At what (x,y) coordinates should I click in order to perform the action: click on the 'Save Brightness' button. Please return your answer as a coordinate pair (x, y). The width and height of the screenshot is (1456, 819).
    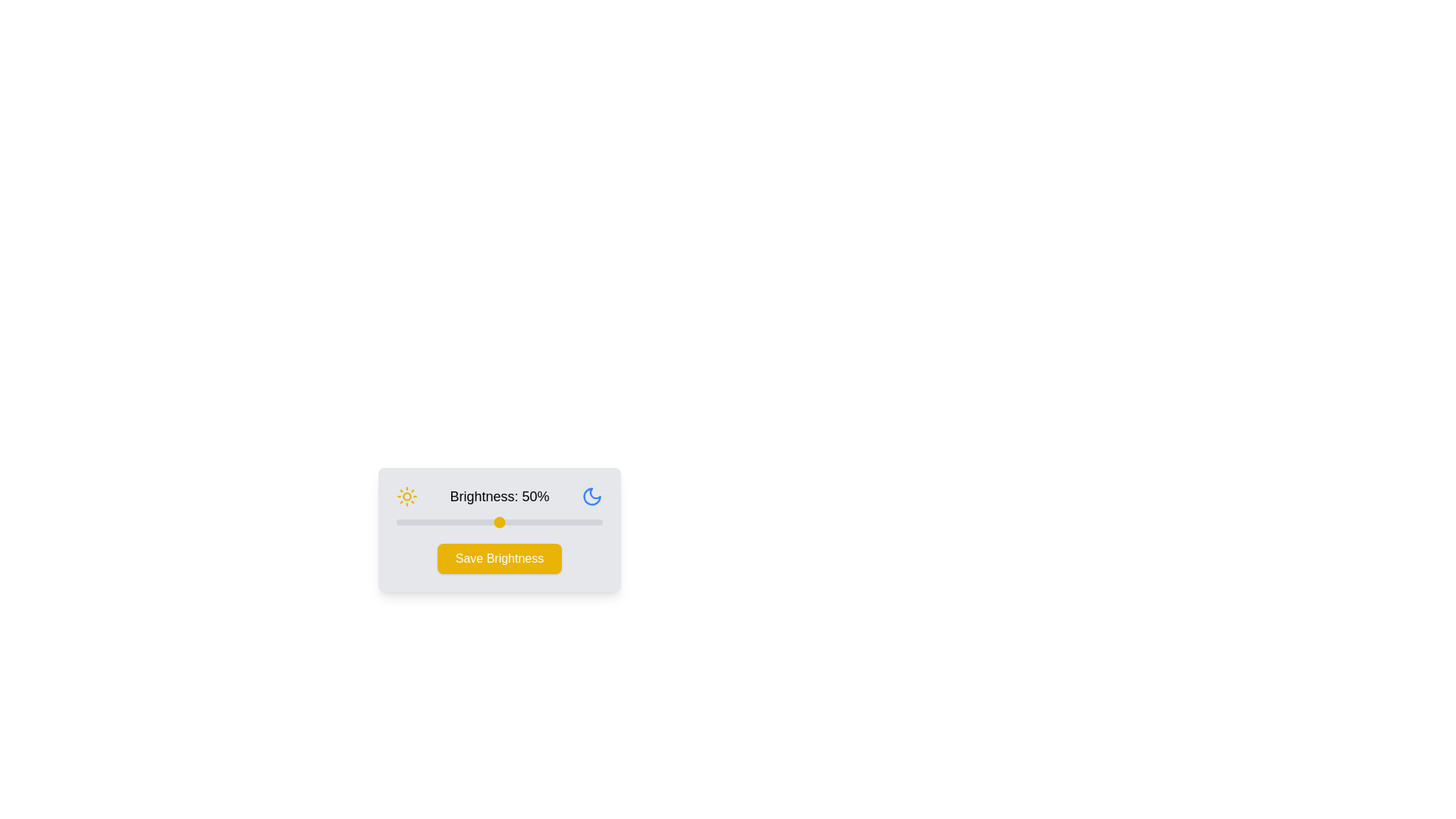
    Looking at the image, I should click on (499, 558).